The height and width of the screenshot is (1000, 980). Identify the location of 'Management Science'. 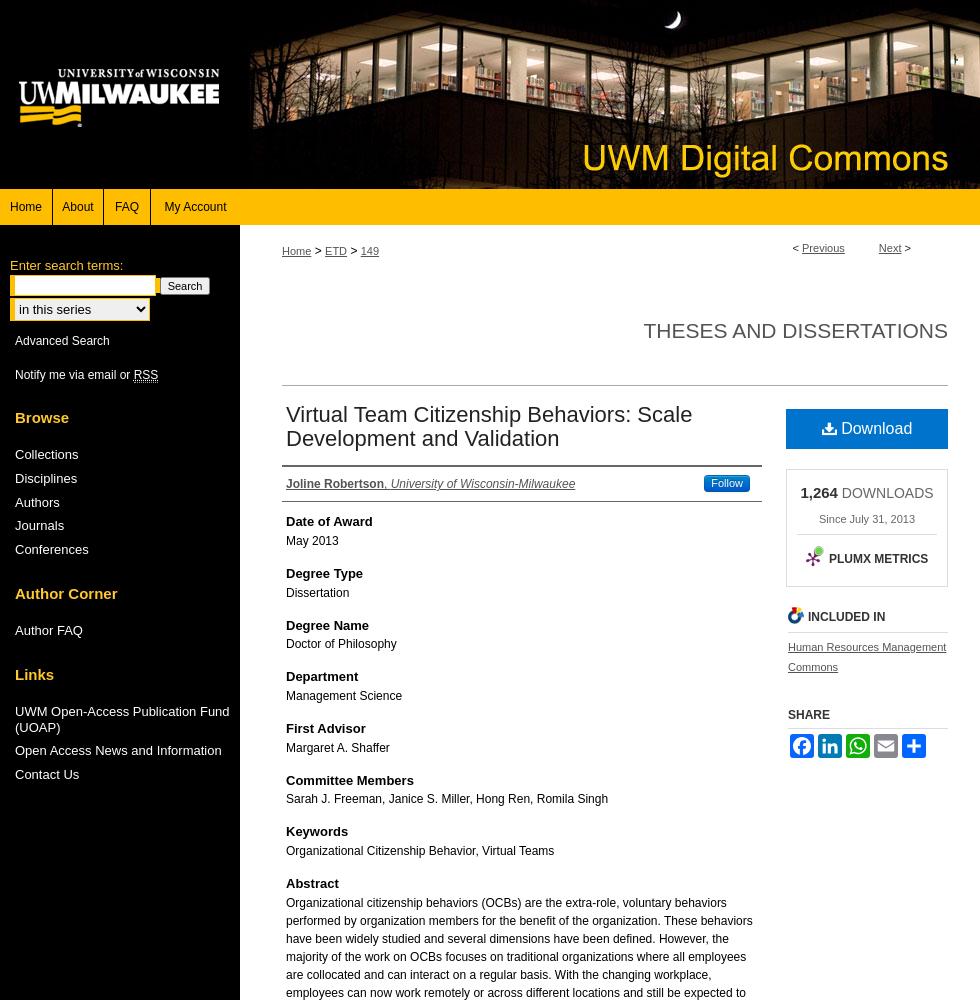
(343, 694).